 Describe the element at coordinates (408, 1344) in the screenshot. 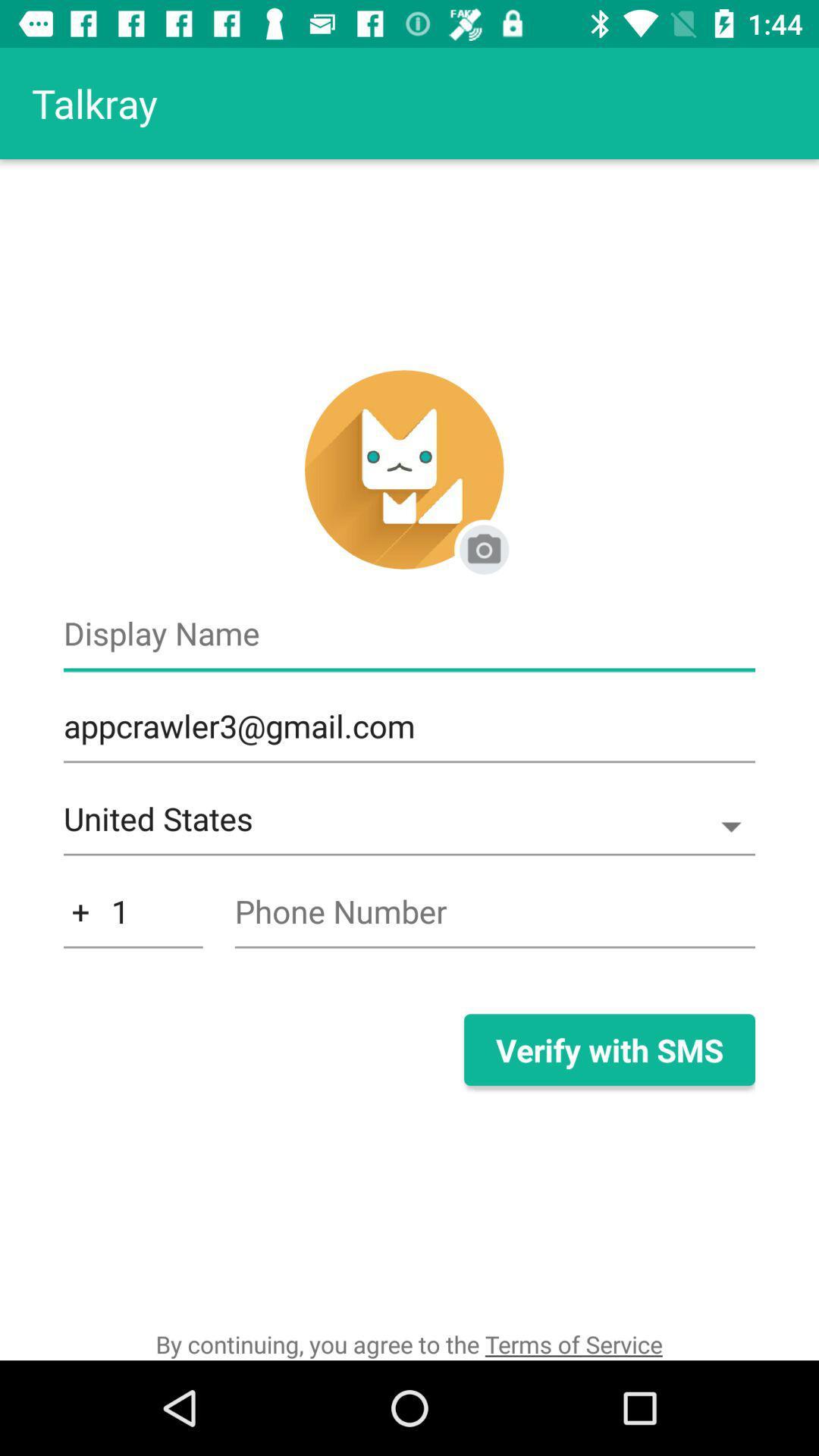

I see `by continuing you icon` at that location.